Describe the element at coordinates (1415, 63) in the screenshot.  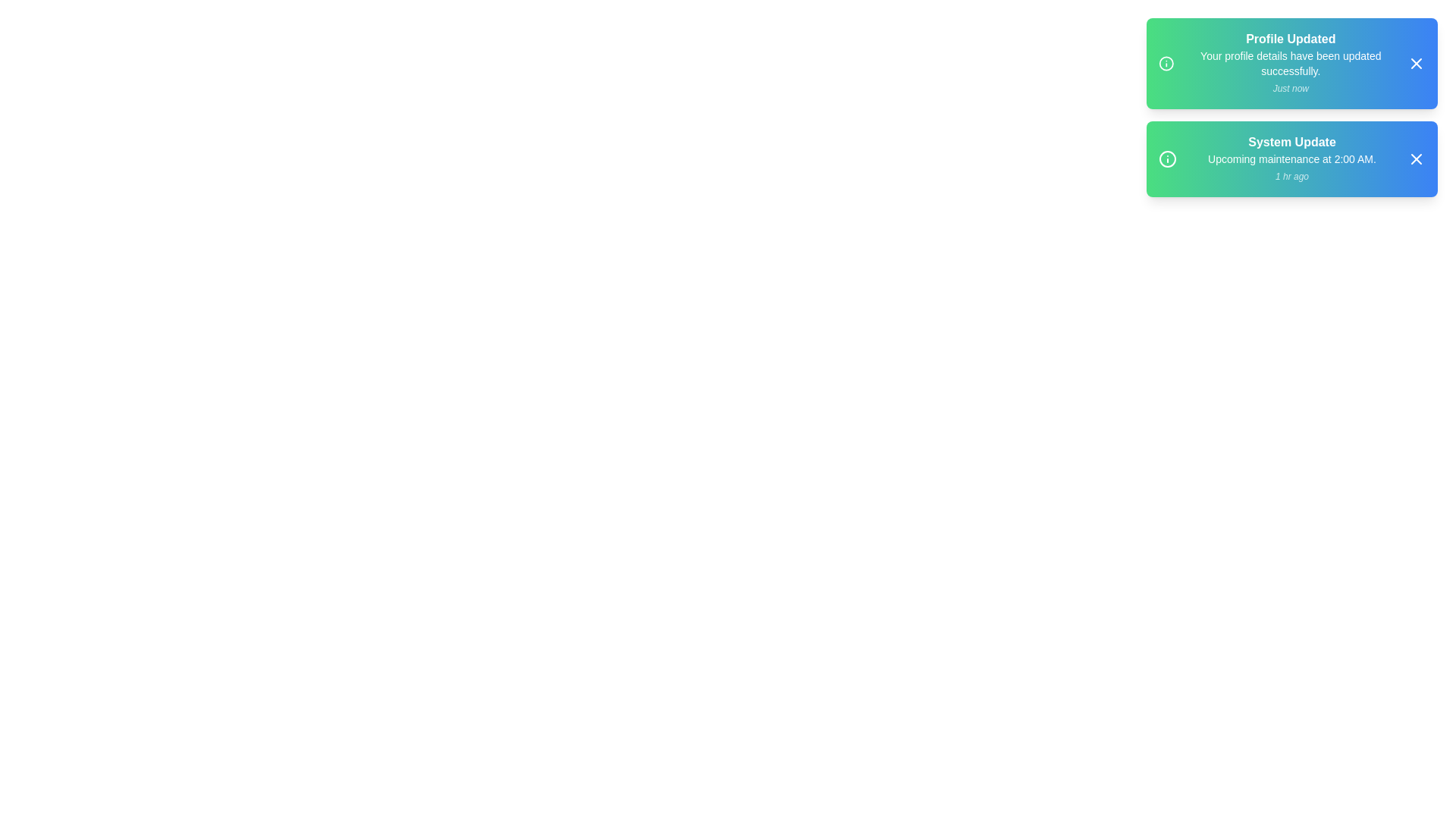
I see `the close button of the notification with title Profile Updated` at that location.